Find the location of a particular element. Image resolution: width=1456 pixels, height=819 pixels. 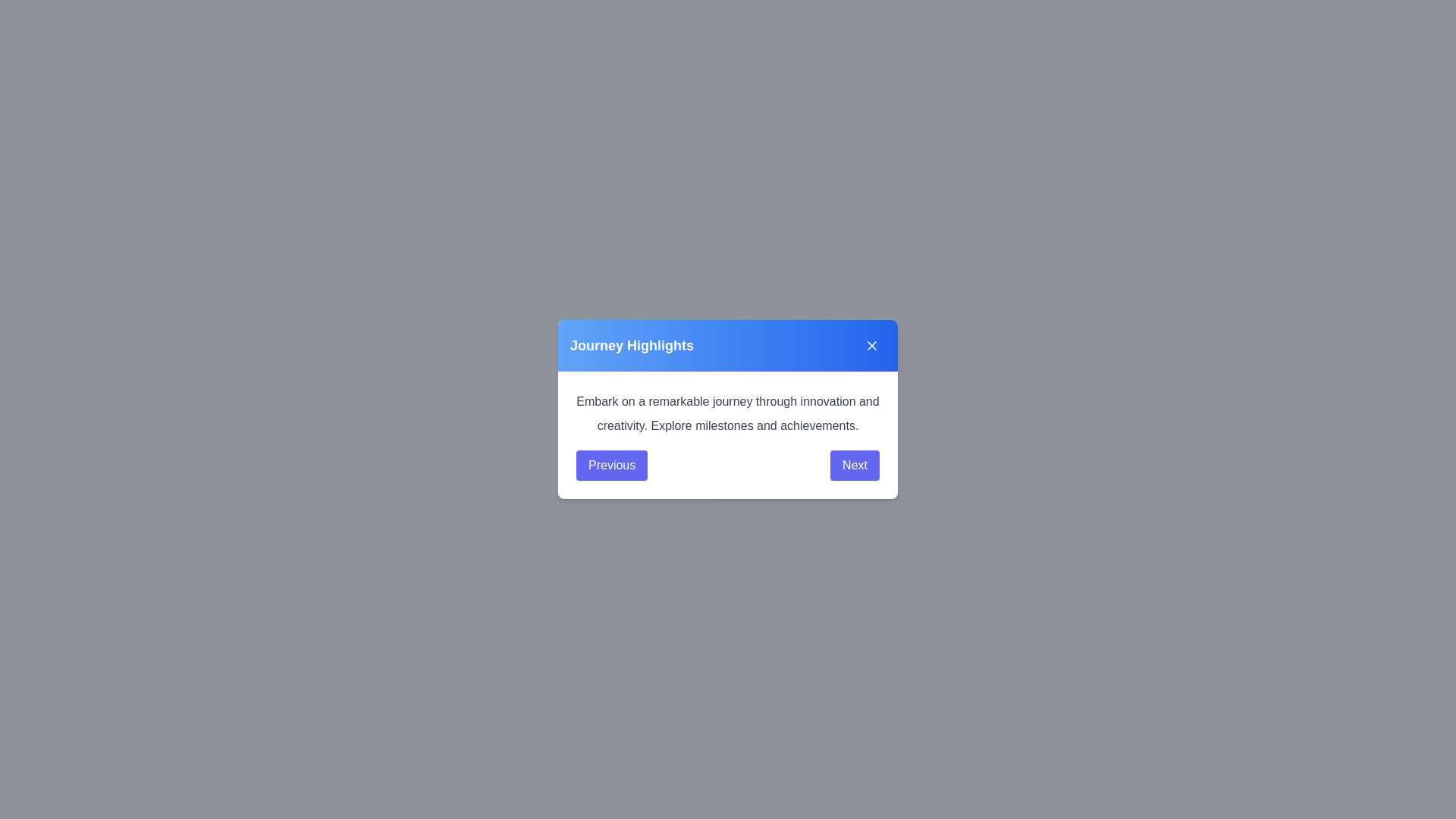

the Static text block that reads 'Embark on a remarkable journey through innovation and creativity. Explore milestones and achievements.' within the 'Journey Highlights' modal dialog is located at coordinates (728, 435).